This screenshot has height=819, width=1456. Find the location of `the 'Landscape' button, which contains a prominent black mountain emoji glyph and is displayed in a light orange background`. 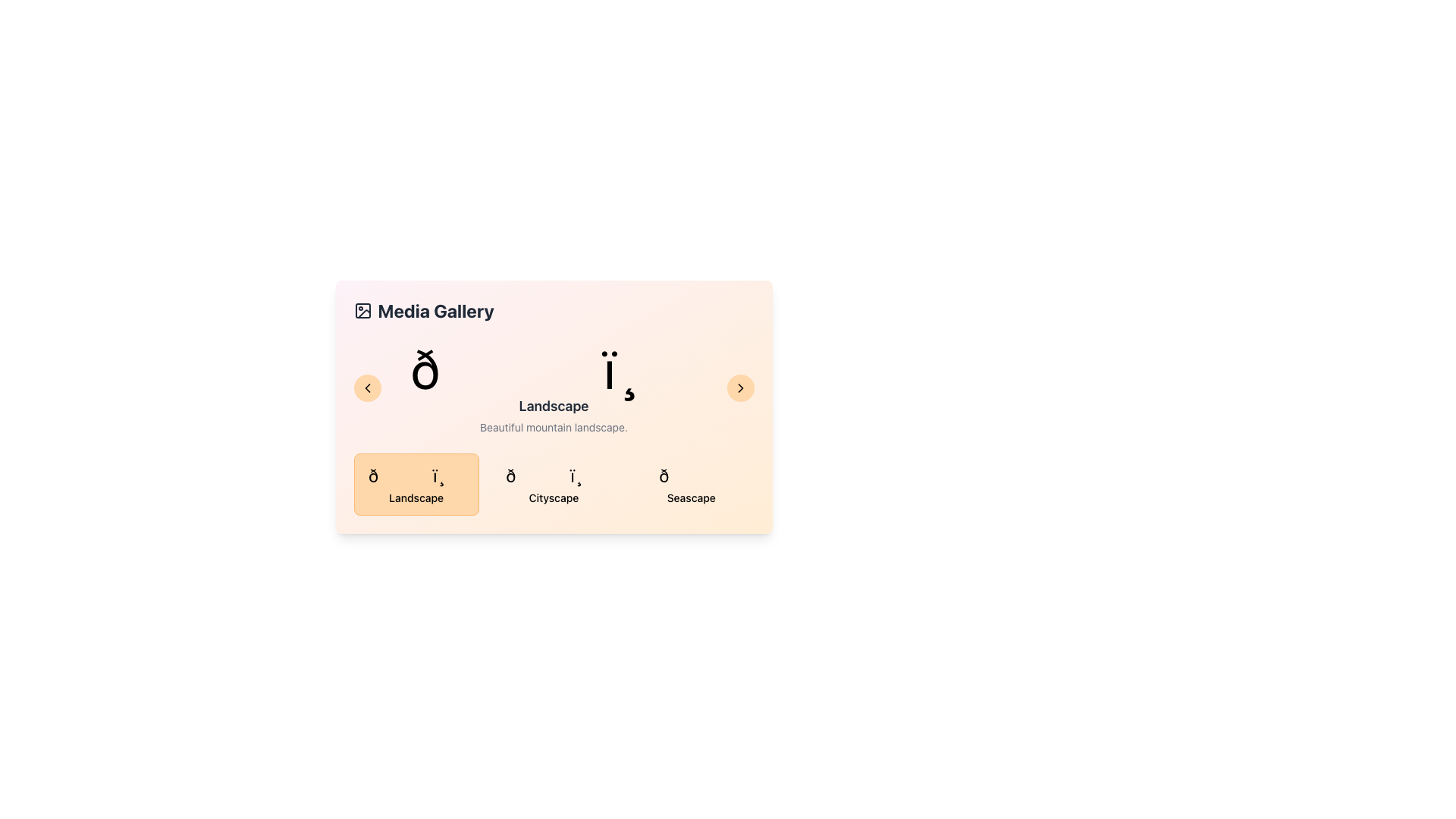

the 'Landscape' button, which contains a prominent black mountain emoji glyph and is displayed in a light orange background is located at coordinates (416, 475).